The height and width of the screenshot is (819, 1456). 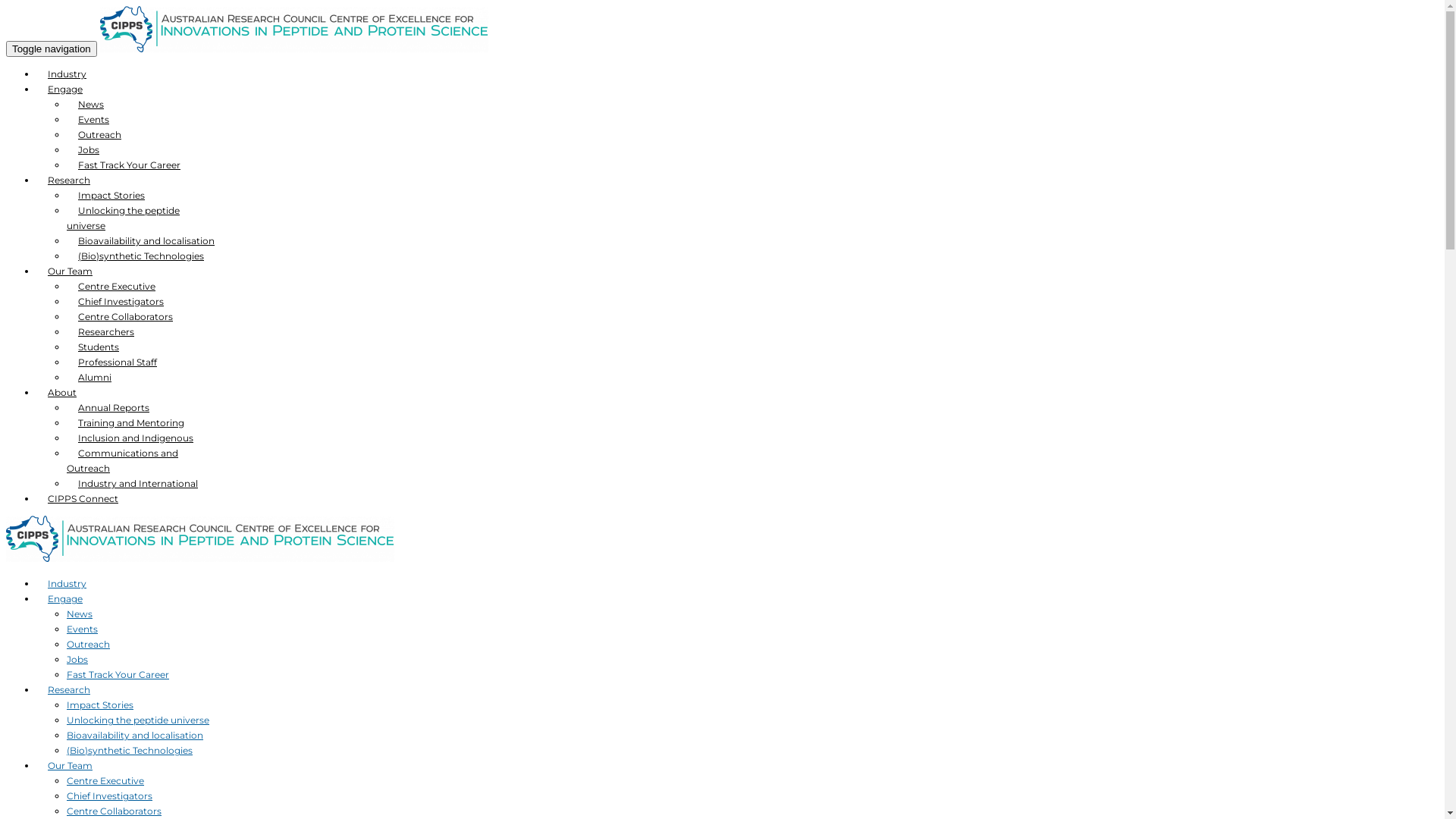 I want to click on 'Toggle navigation', so click(x=51, y=48).